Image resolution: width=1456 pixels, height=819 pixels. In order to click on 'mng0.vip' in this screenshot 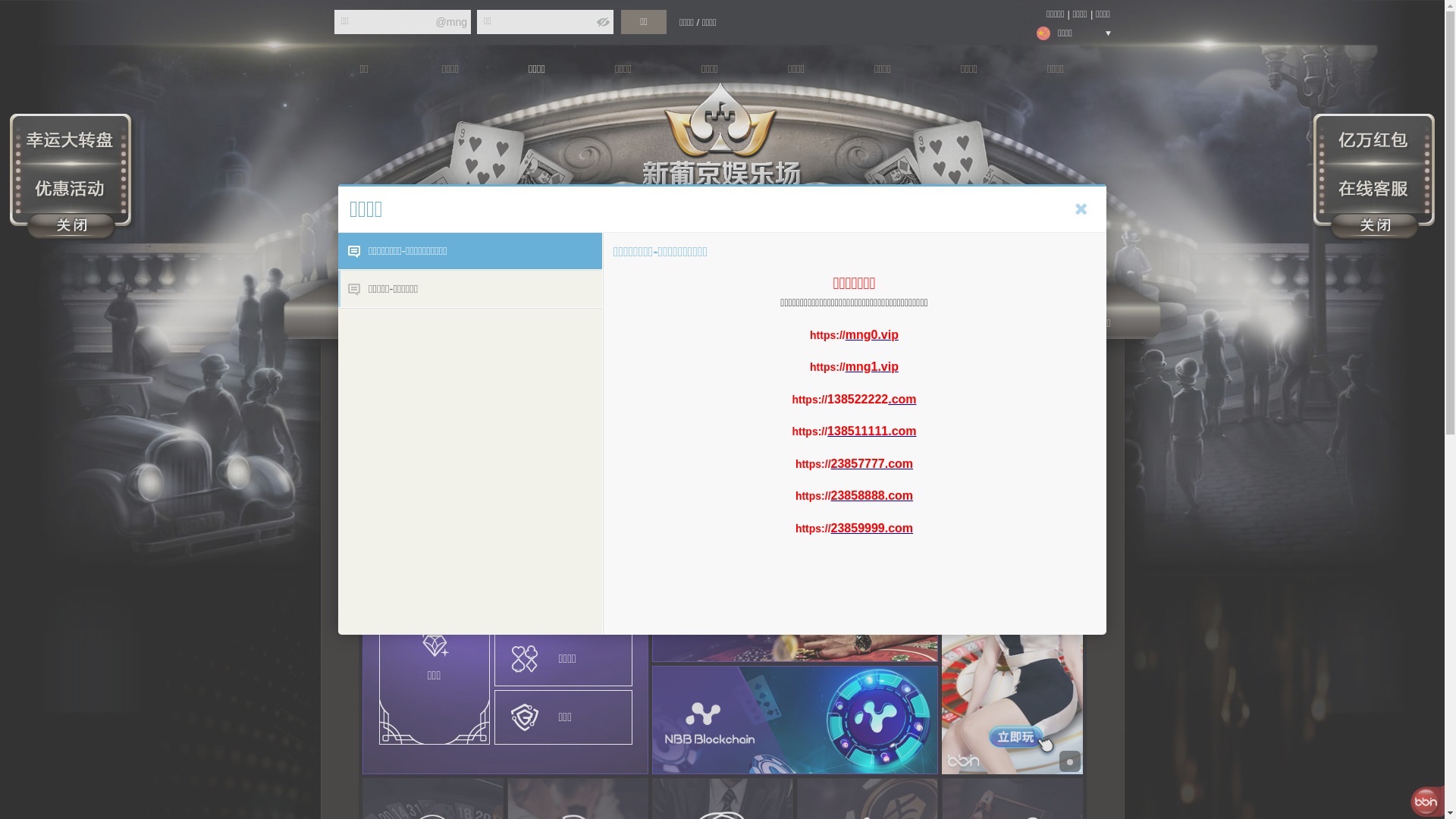, I will do `click(872, 333)`.